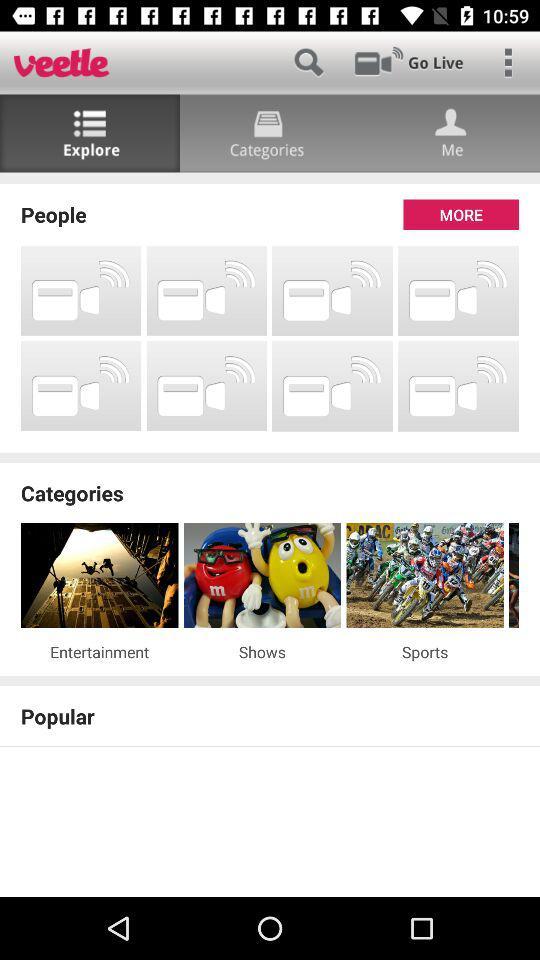  I want to click on app next to the entertainment, so click(262, 650).